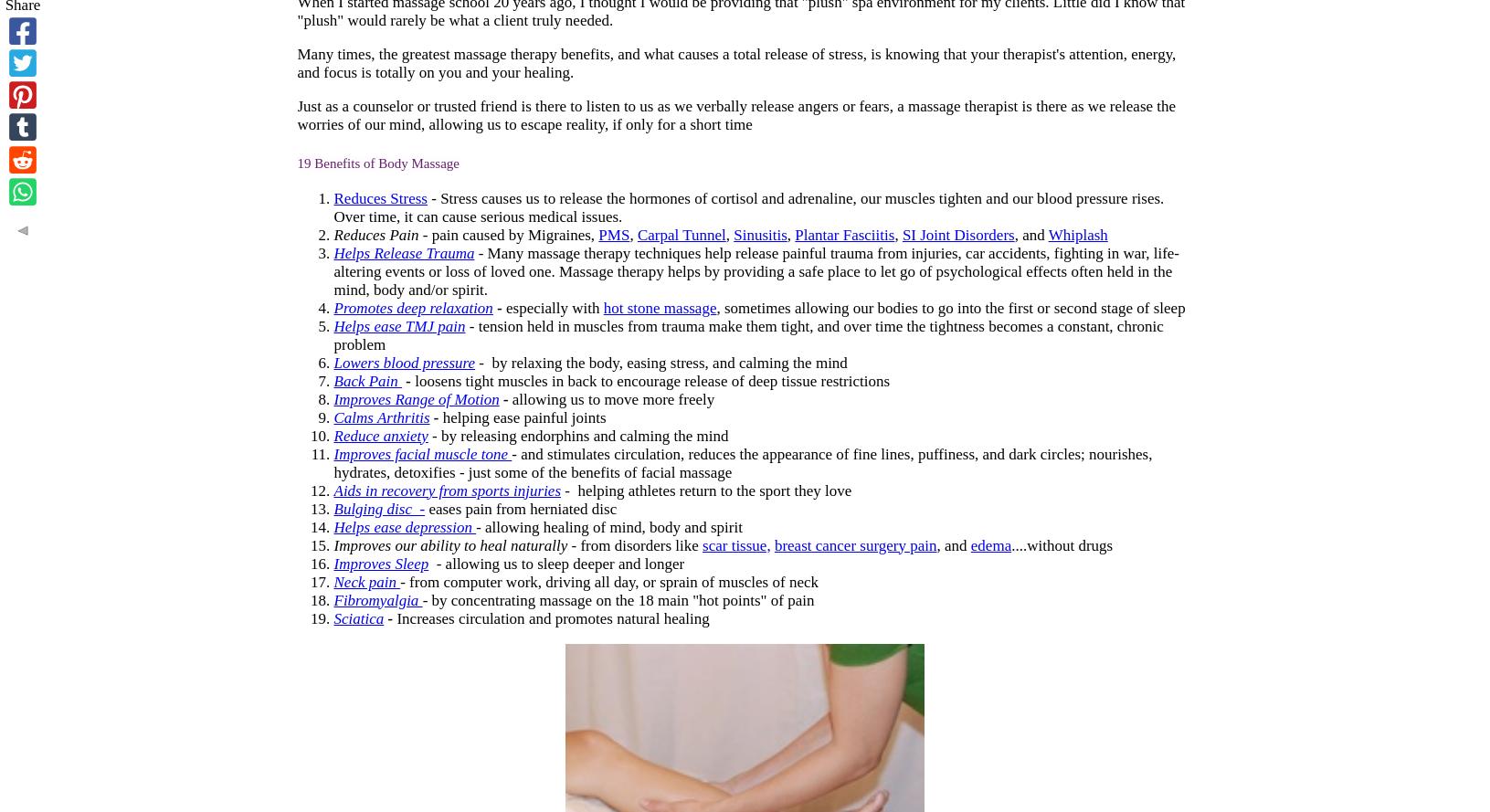  Describe the element at coordinates (735, 114) in the screenshot. I see `'Just as a counselor or trusted friend is there to listen to us as we verbally release angers or fears, a massage therapist is there as we release the worries of our mind, allowing us to escape reality, if only for a short time'` at that location.